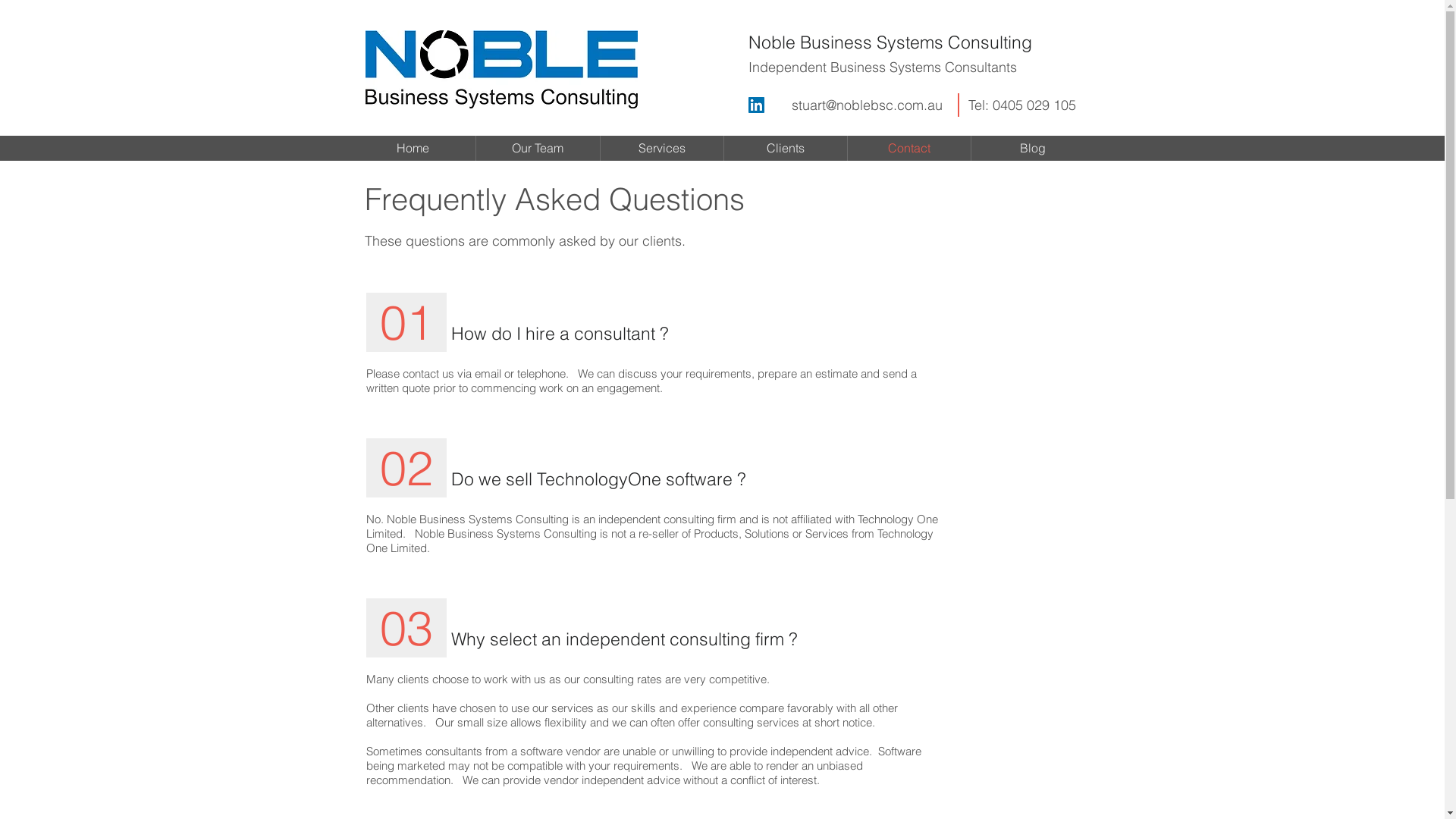 This screenshot has height=819, width=1456. I want to click on 'Services', so click(662, 148).